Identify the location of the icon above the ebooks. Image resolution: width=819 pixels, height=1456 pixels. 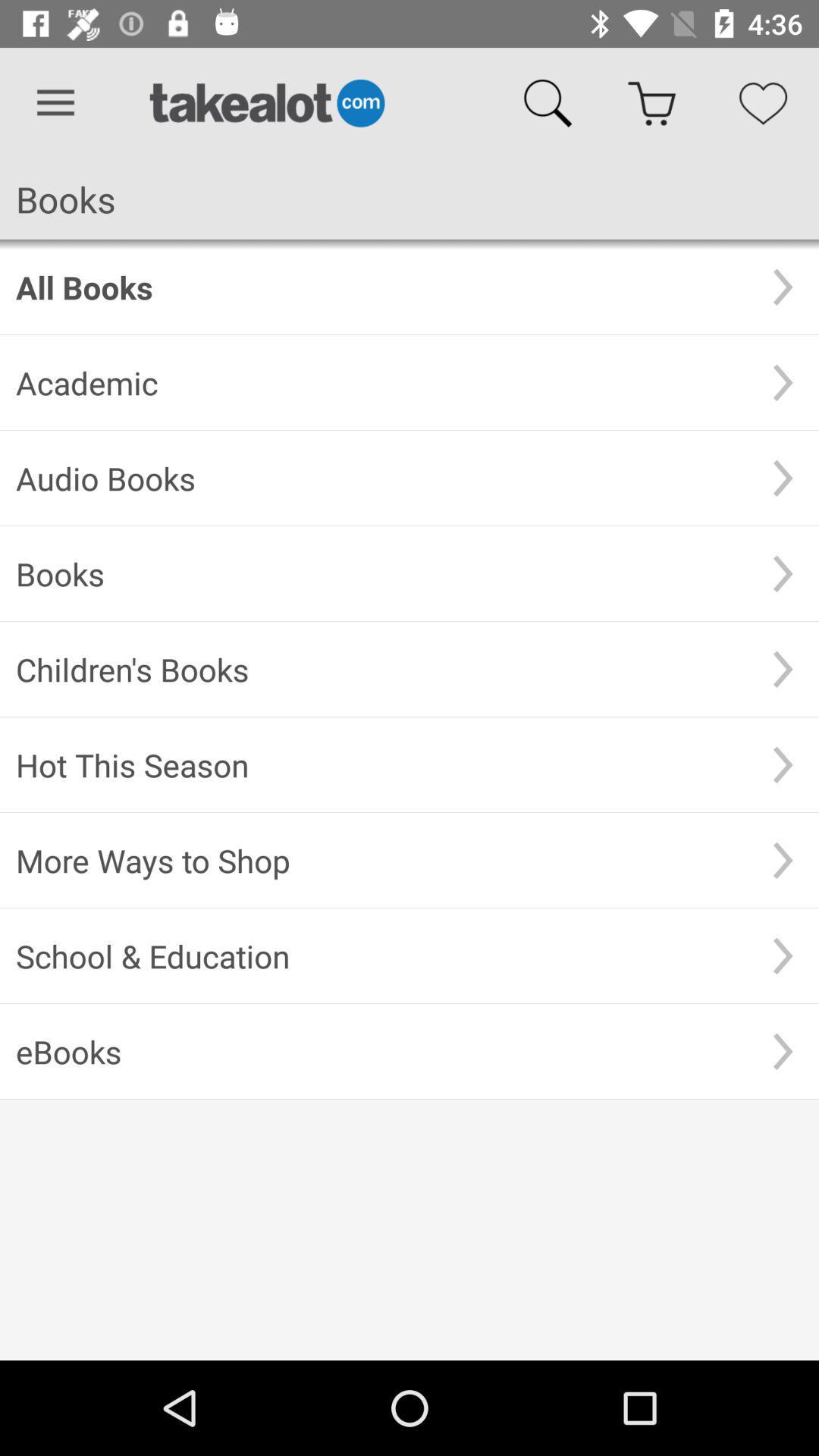
(381, 955).